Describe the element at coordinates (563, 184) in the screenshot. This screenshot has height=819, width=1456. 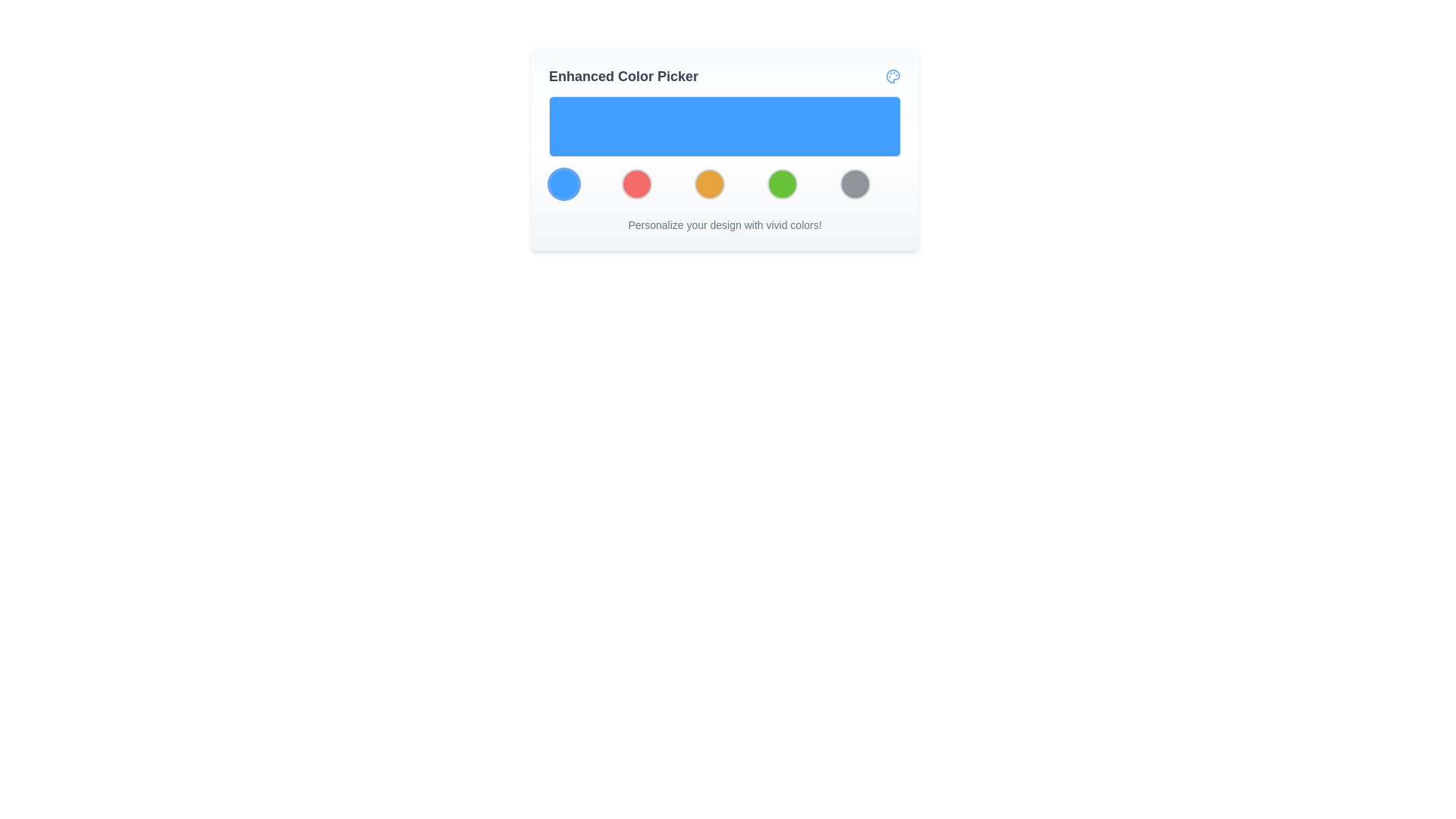
I see `the first button` at that location.